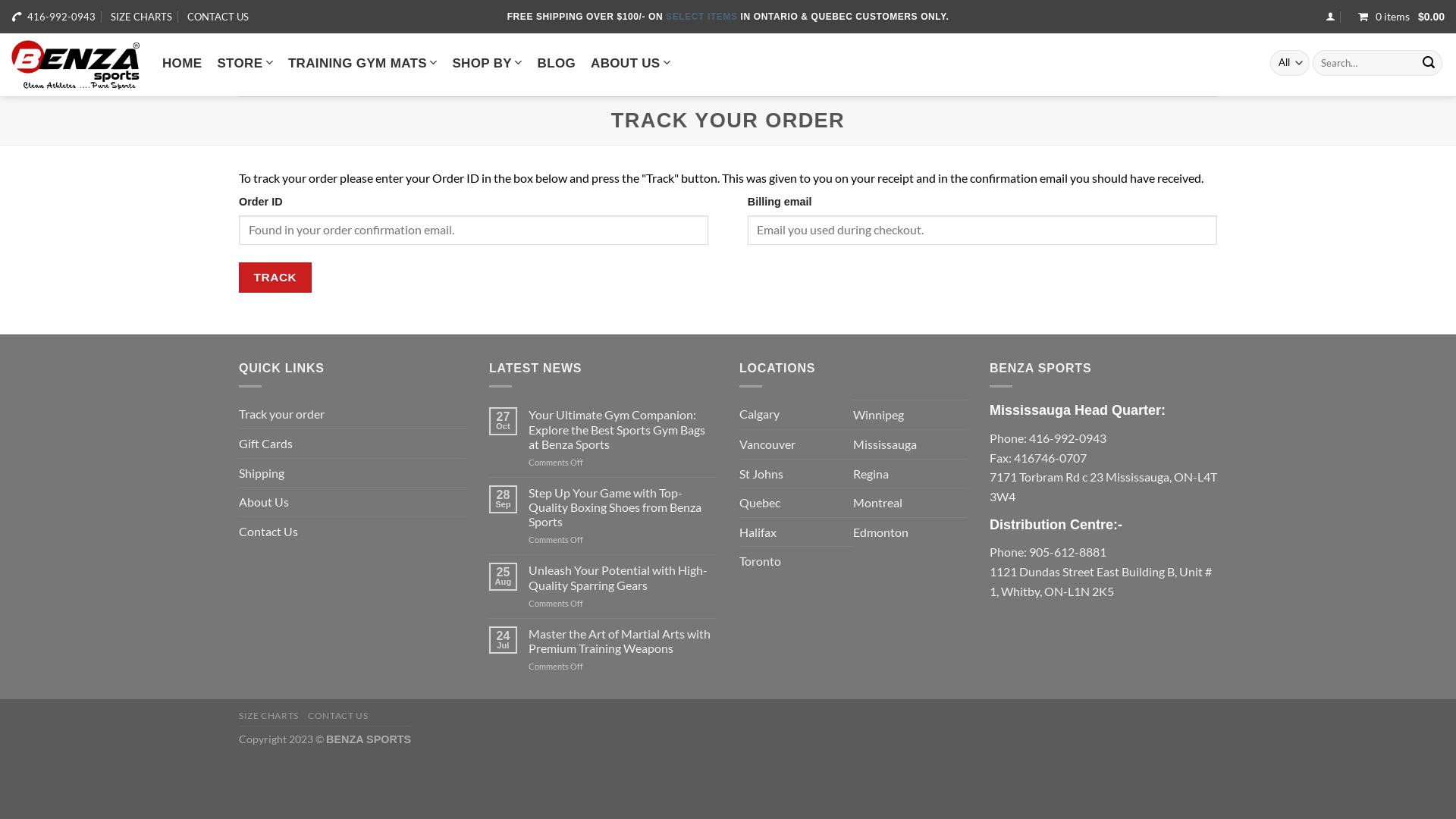 The height and width of the screenshot is (819, 1456). I want to click on 'ABOUT US', so click(589, 61).